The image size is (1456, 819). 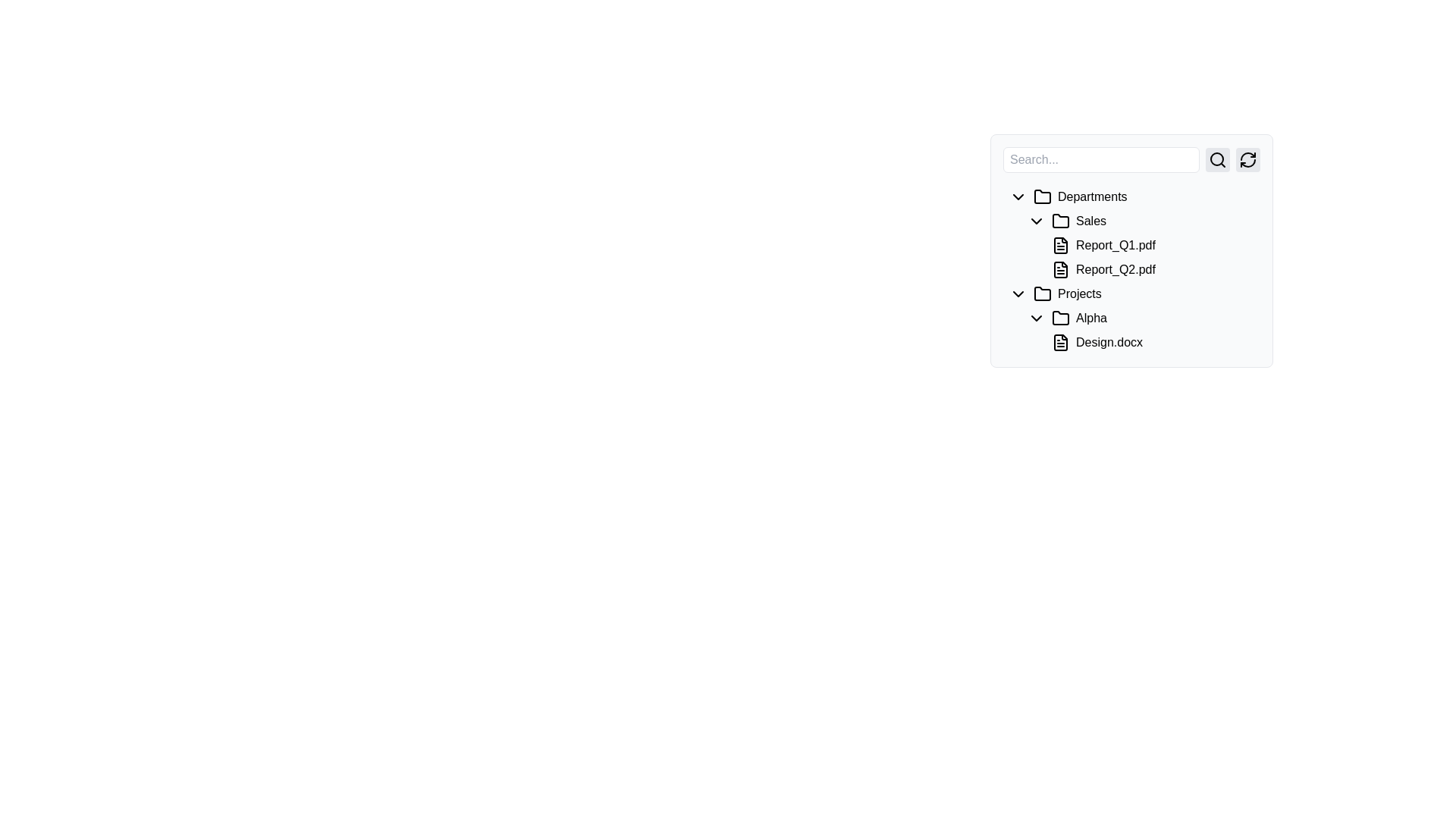 What do you see at coordinates (1062, 342) in the screenshot?
I see `the document icon representing 'Design.docx', located in the top-right section of the file explorer` at bounding box center [1062, 342].